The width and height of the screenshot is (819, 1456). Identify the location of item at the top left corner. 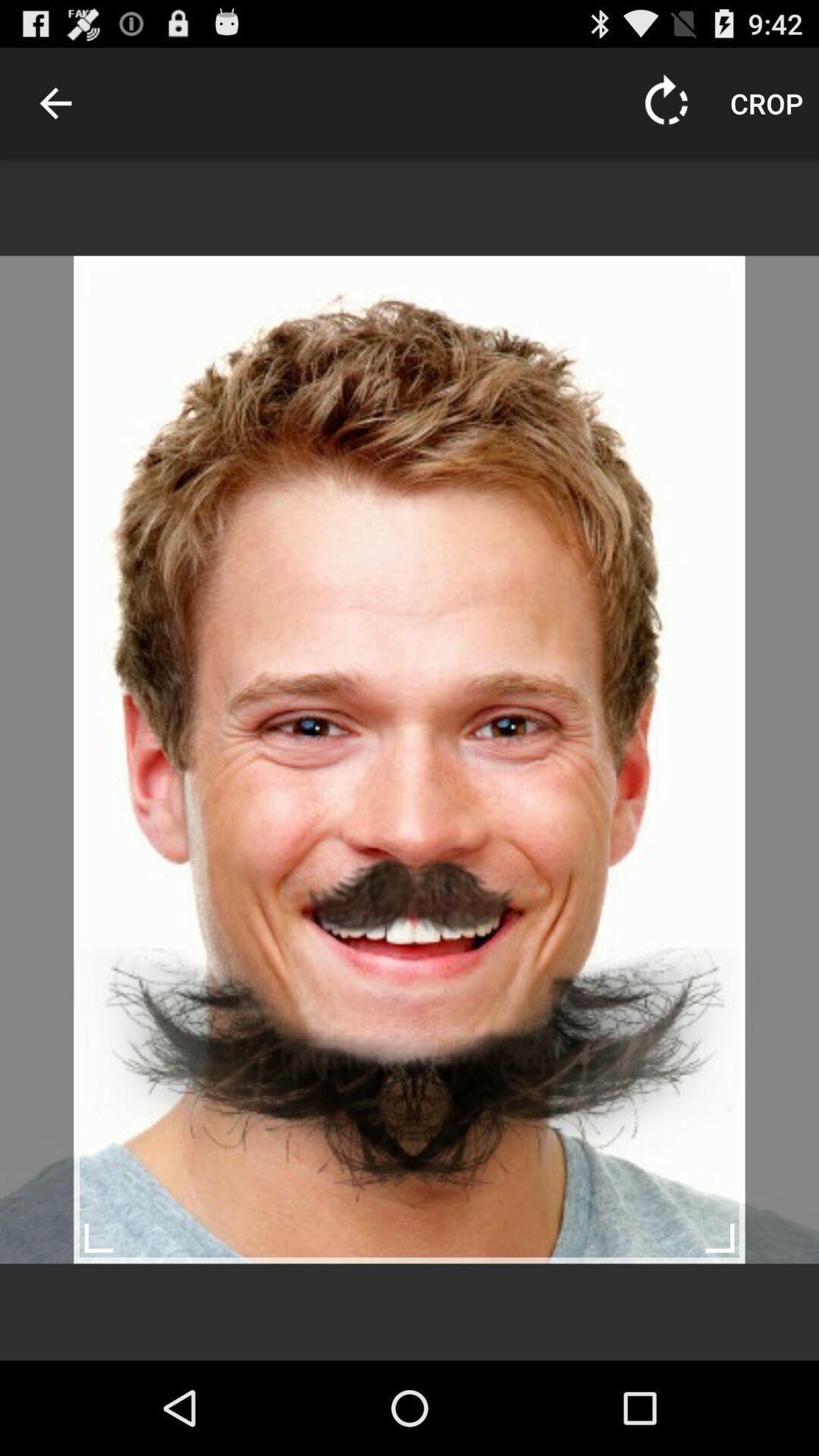
(55, 102).